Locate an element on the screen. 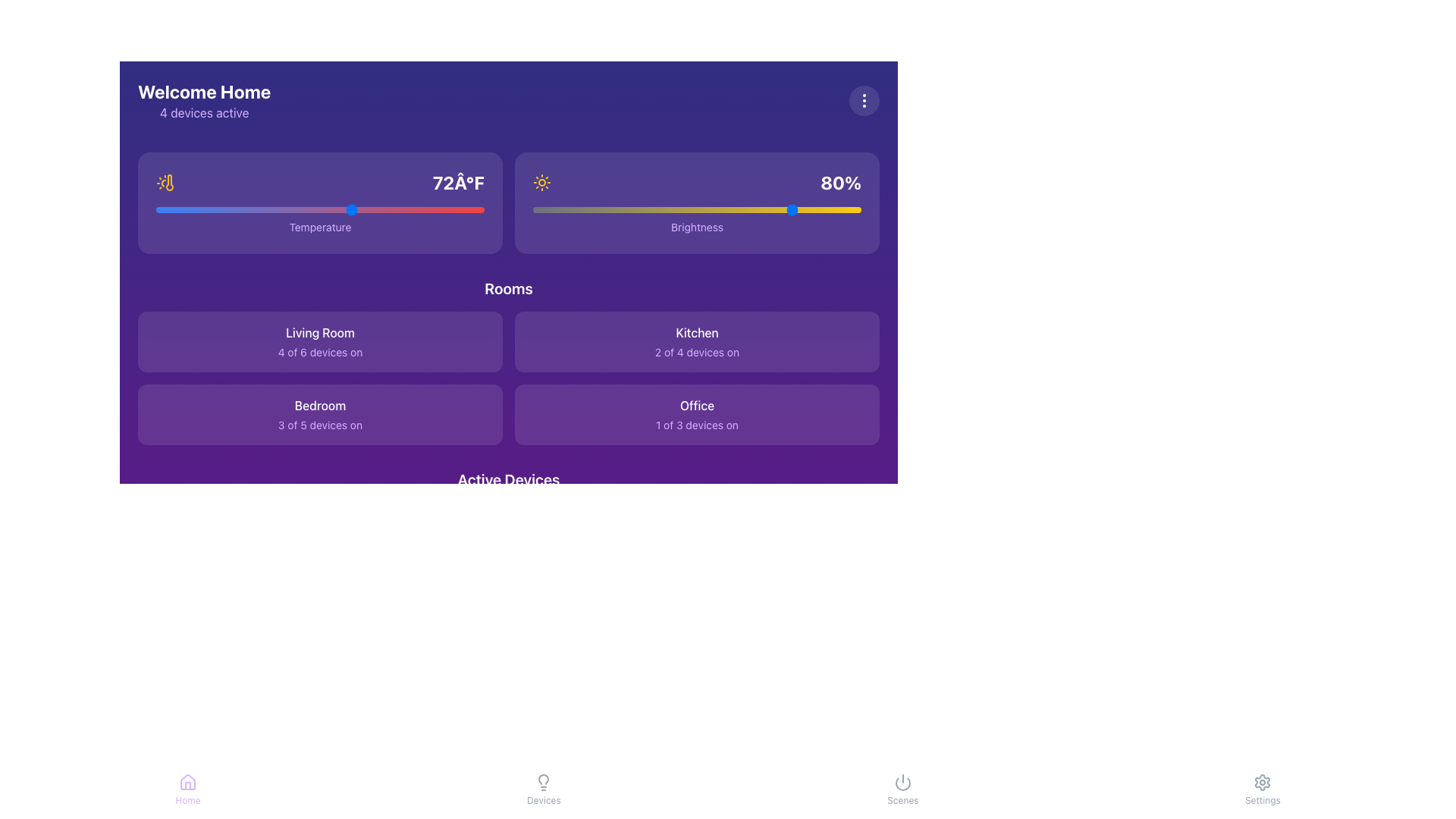 This screenshot has width=1456, height=819. the Wi-Fi status indicator button located in the bottom-left region of the application interface is located at coordinates (167, 798).